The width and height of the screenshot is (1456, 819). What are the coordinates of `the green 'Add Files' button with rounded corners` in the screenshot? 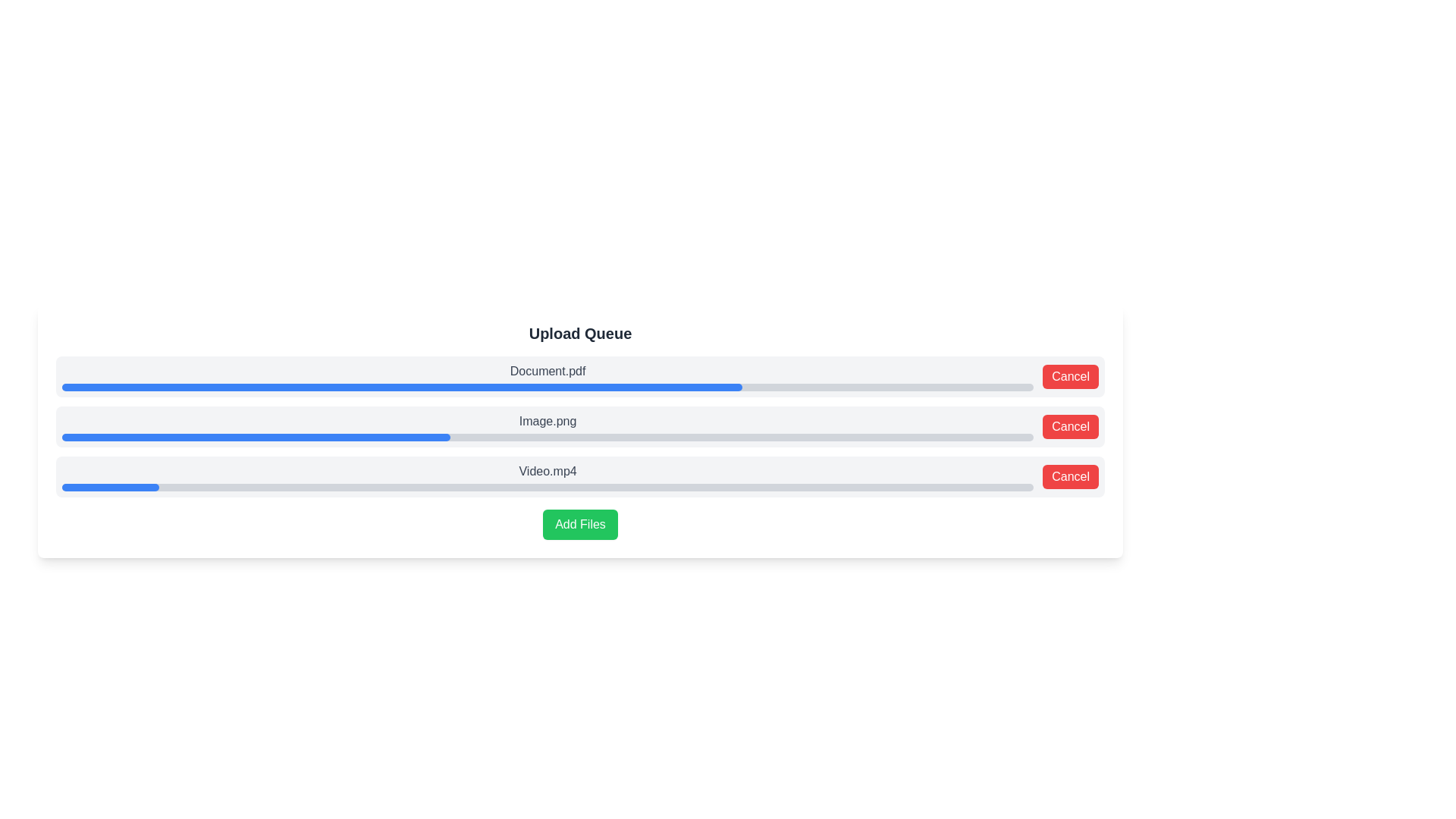 It's located at (579, 523).